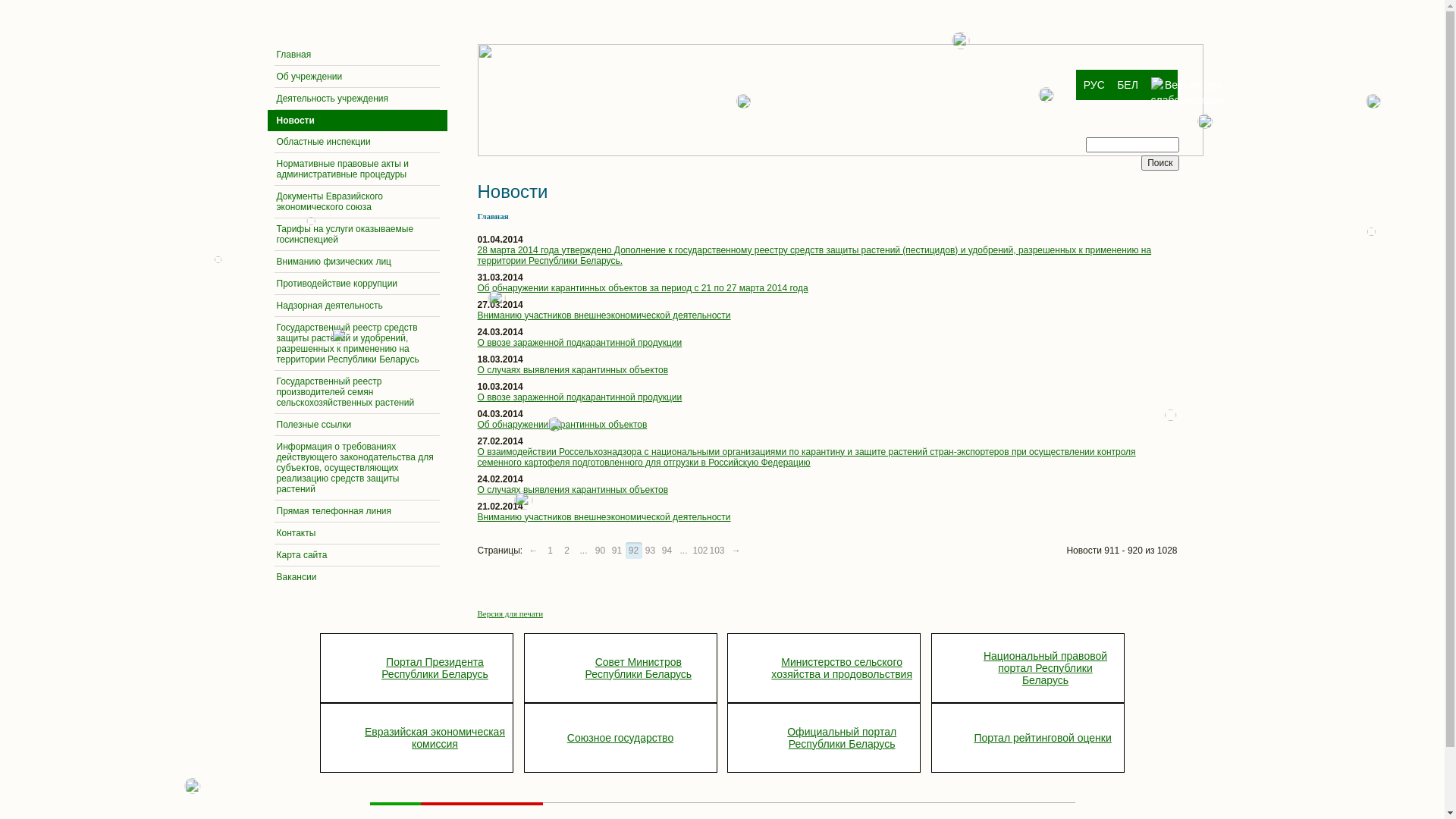  What do you see at coordinates (617, 550) in the screenshot?
I see `'91'` at bounding box center [617, 550].